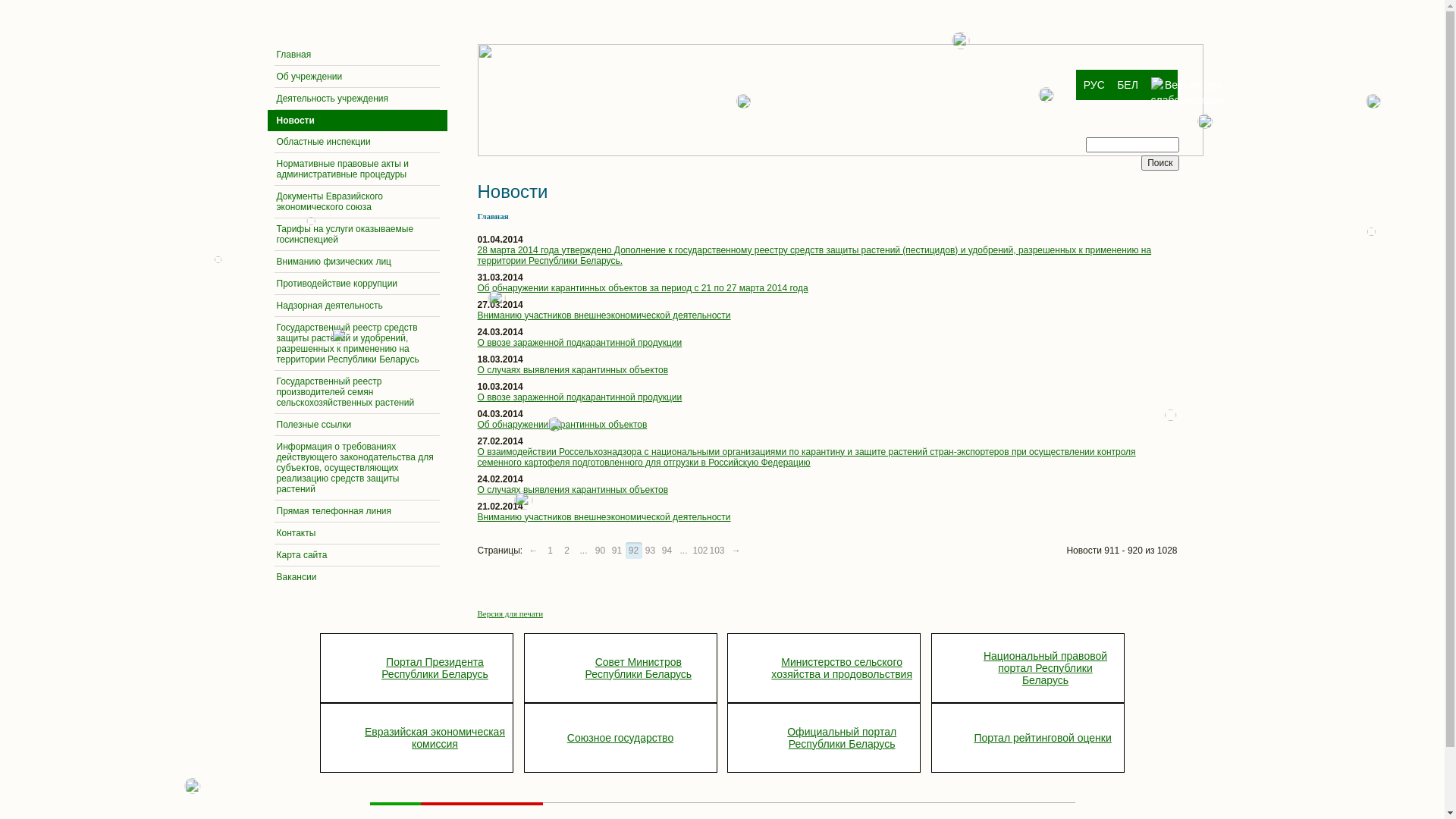  What do you see at coordinates (617, 550) in the screenshot?
I see `'91'` at bounding box center [617, 550].